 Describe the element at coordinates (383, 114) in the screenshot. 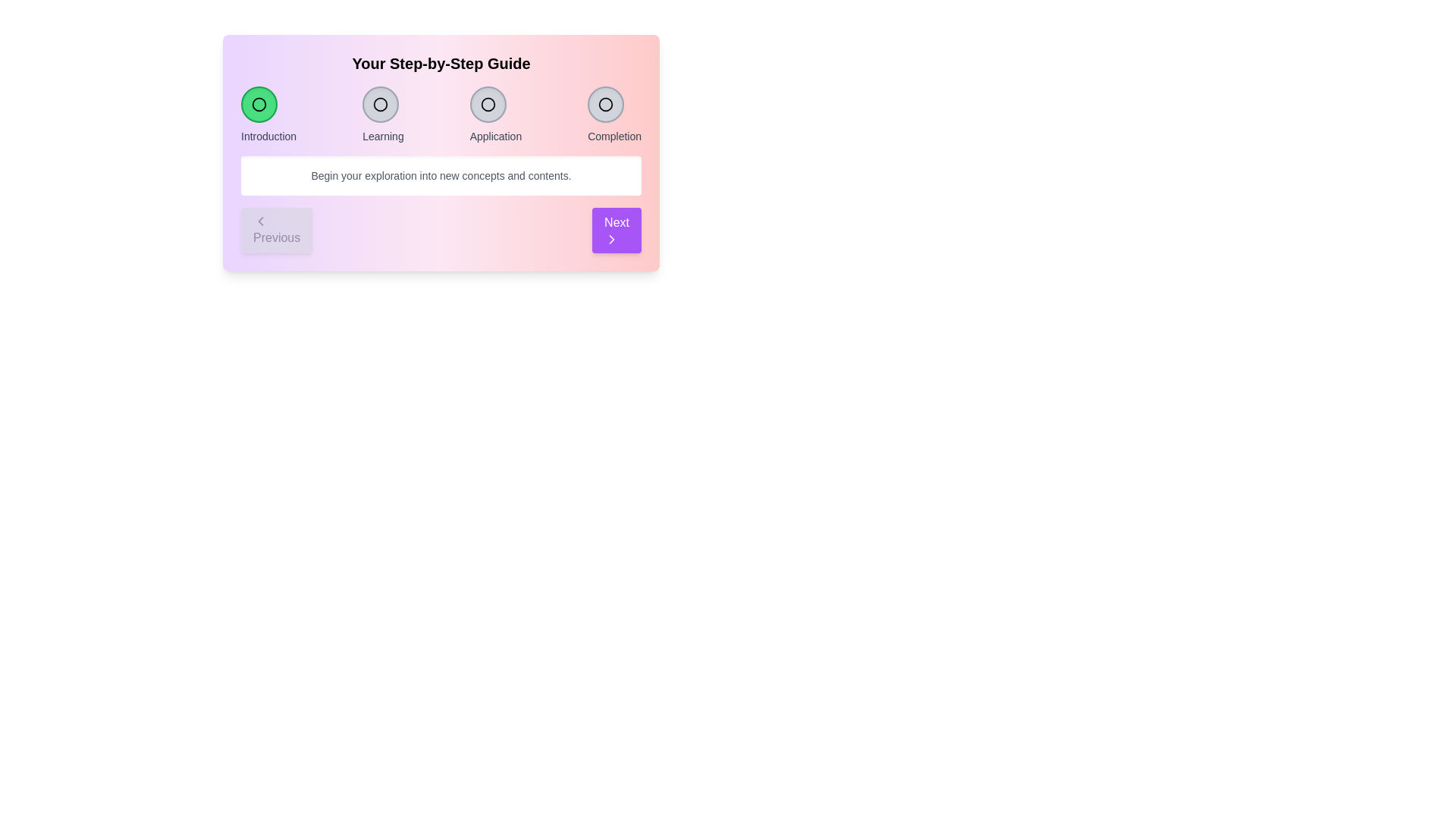

I see `the 'Learning' label and icon element, which features a gray background circular icon with a double-bordered black circle and the text 'Learning' below it` at that location.